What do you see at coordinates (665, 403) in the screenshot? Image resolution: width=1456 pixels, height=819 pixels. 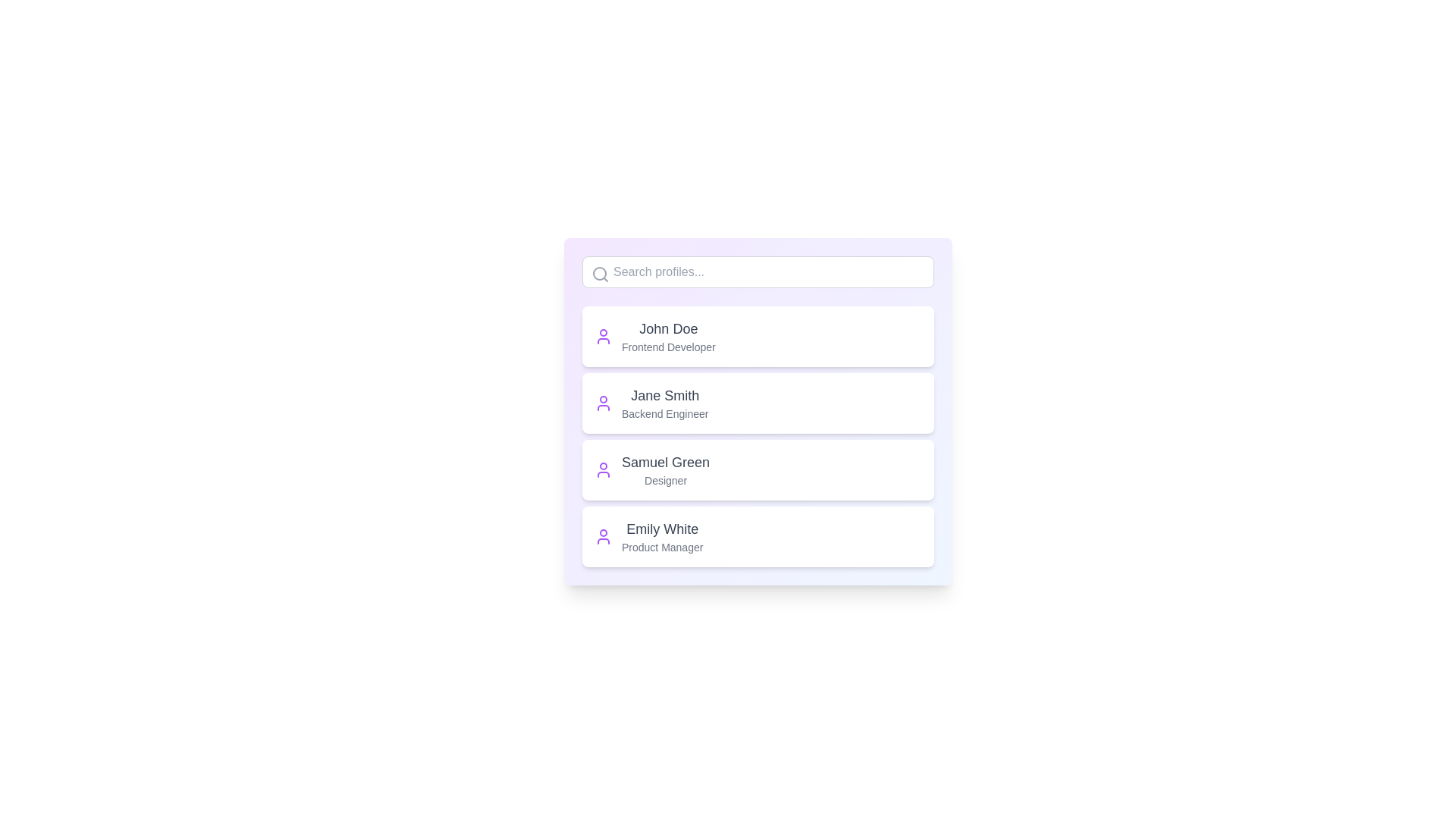 I see `the text display element containing 'Jane Smith', which is the second item in a vertical list of profiles` at bounding box center [665, 403].